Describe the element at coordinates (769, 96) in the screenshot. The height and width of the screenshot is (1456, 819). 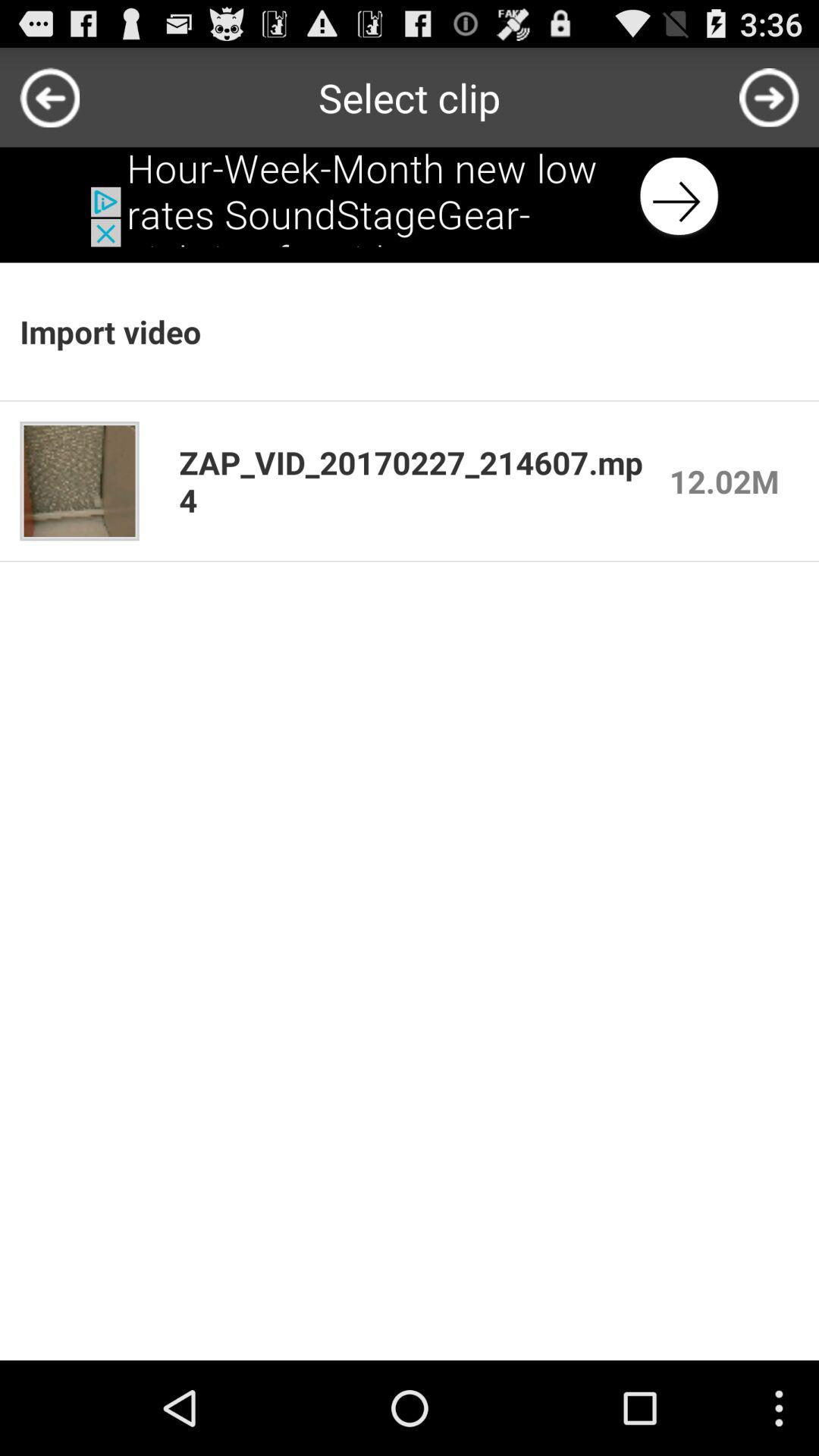
I see `next option` at that location.